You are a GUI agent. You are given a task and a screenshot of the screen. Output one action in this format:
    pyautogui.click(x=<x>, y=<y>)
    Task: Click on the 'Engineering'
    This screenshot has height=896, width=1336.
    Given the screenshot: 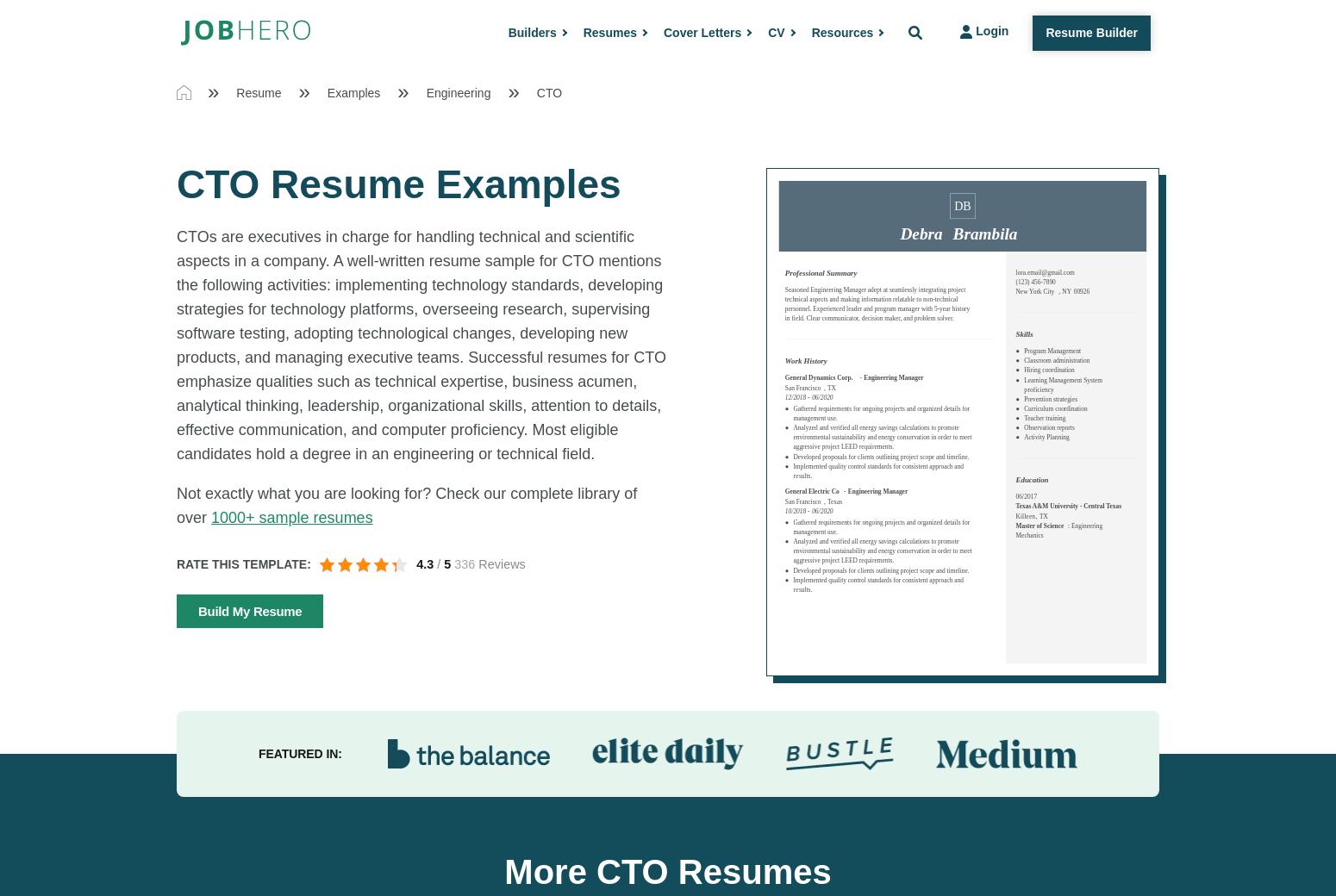 What is the action you would take?
    pyautogui.click(x=424, y=91)
    